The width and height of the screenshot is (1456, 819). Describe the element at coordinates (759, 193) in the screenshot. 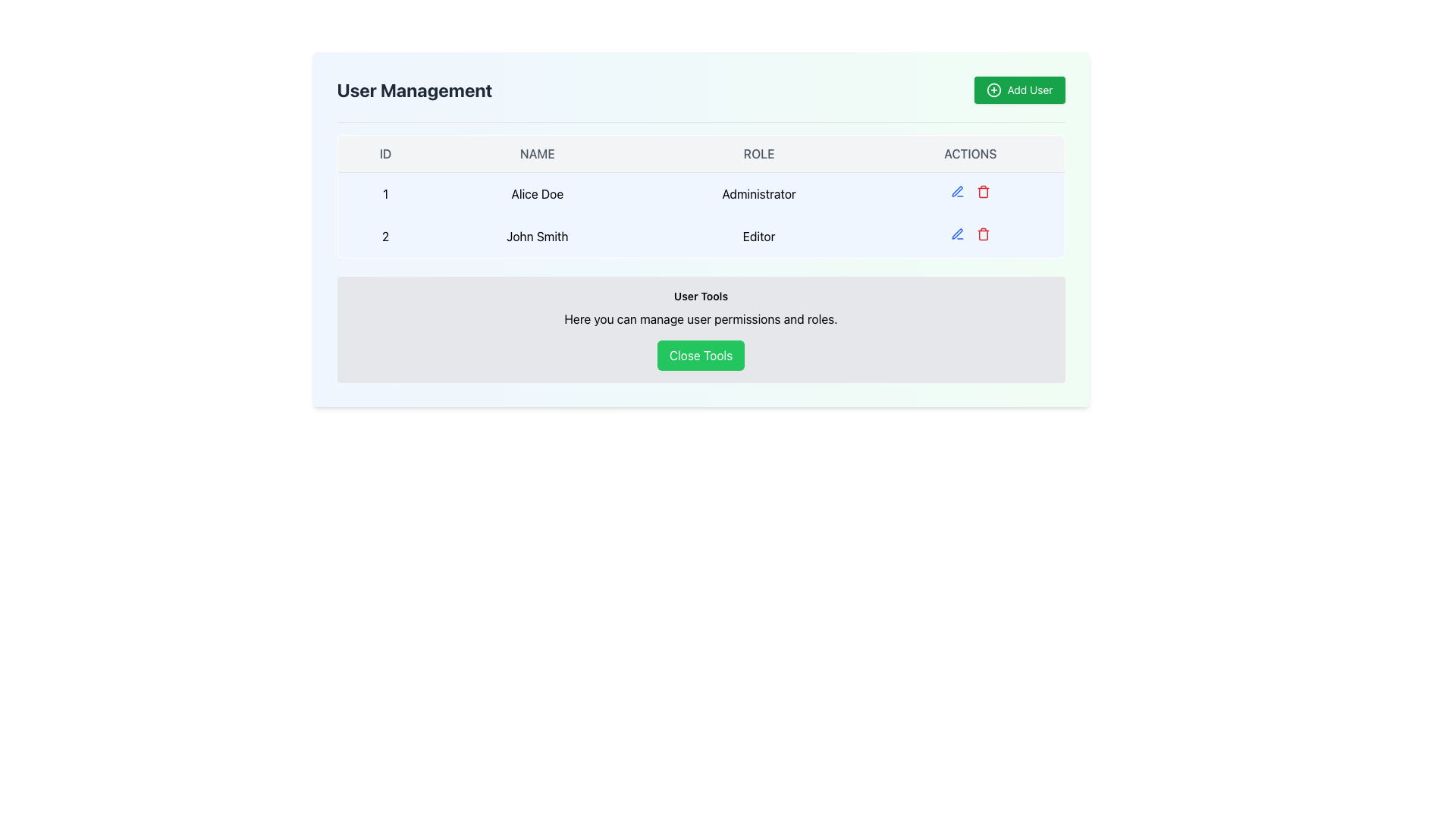

I see `the static text label reading 'Administrator' located in the 'ROLE' column of the first row, adjacent to 'Alice Doe'` at that location.